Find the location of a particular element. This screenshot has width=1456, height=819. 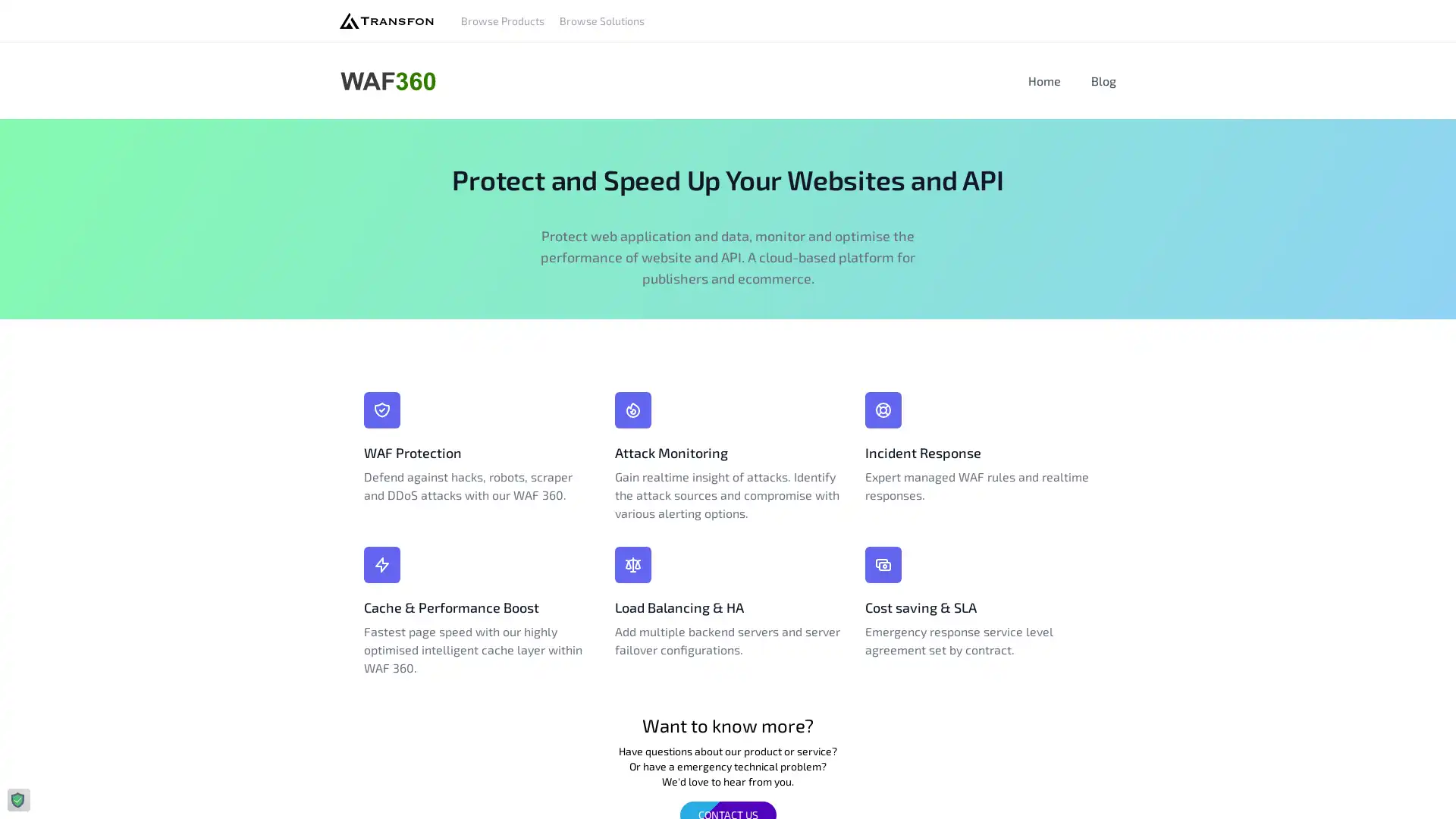

Agree and proceed is located at coordinates (247, 792).